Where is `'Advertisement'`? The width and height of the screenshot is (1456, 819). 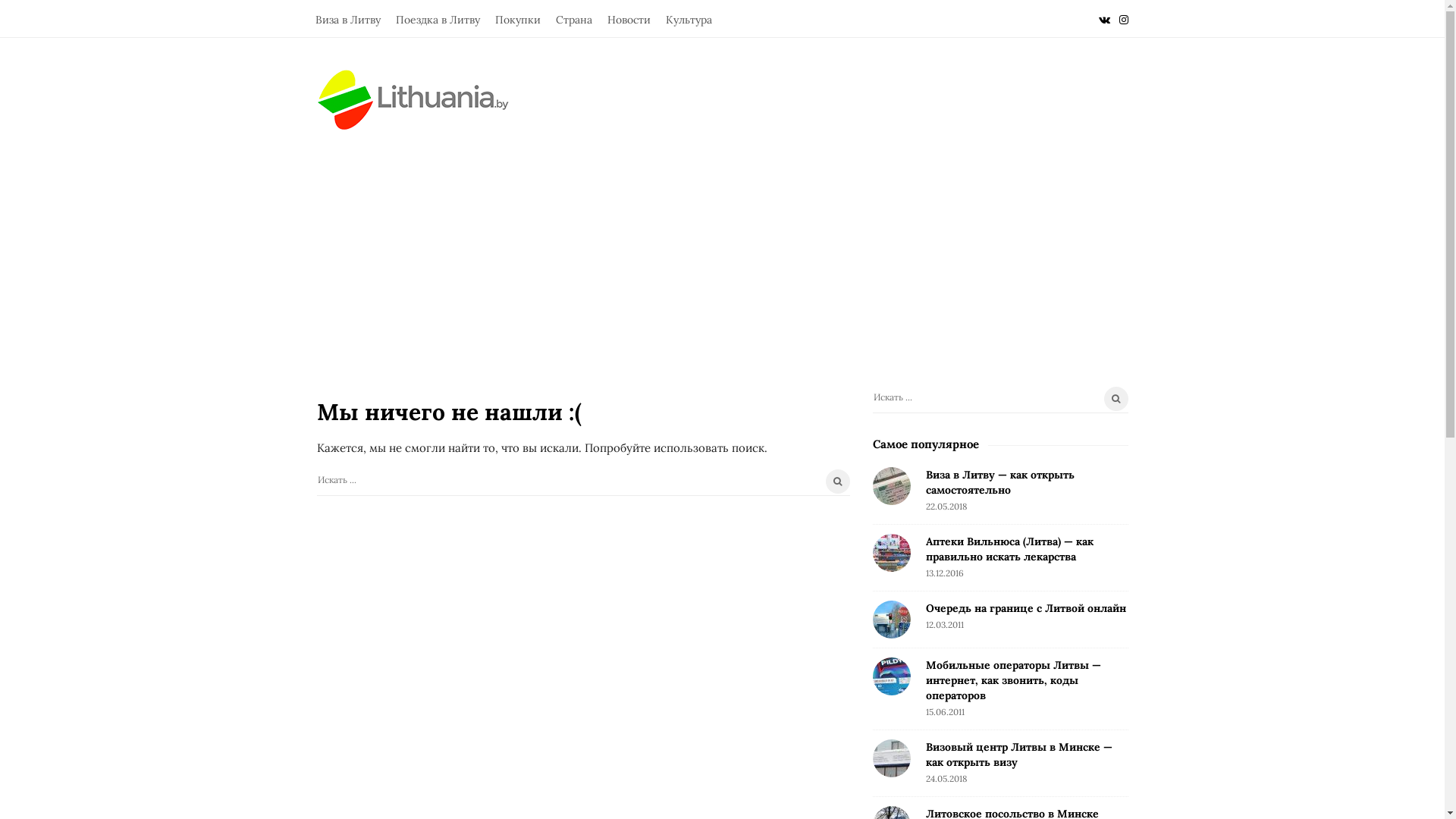
'Advertisement' is located at coordinates (266, 243).